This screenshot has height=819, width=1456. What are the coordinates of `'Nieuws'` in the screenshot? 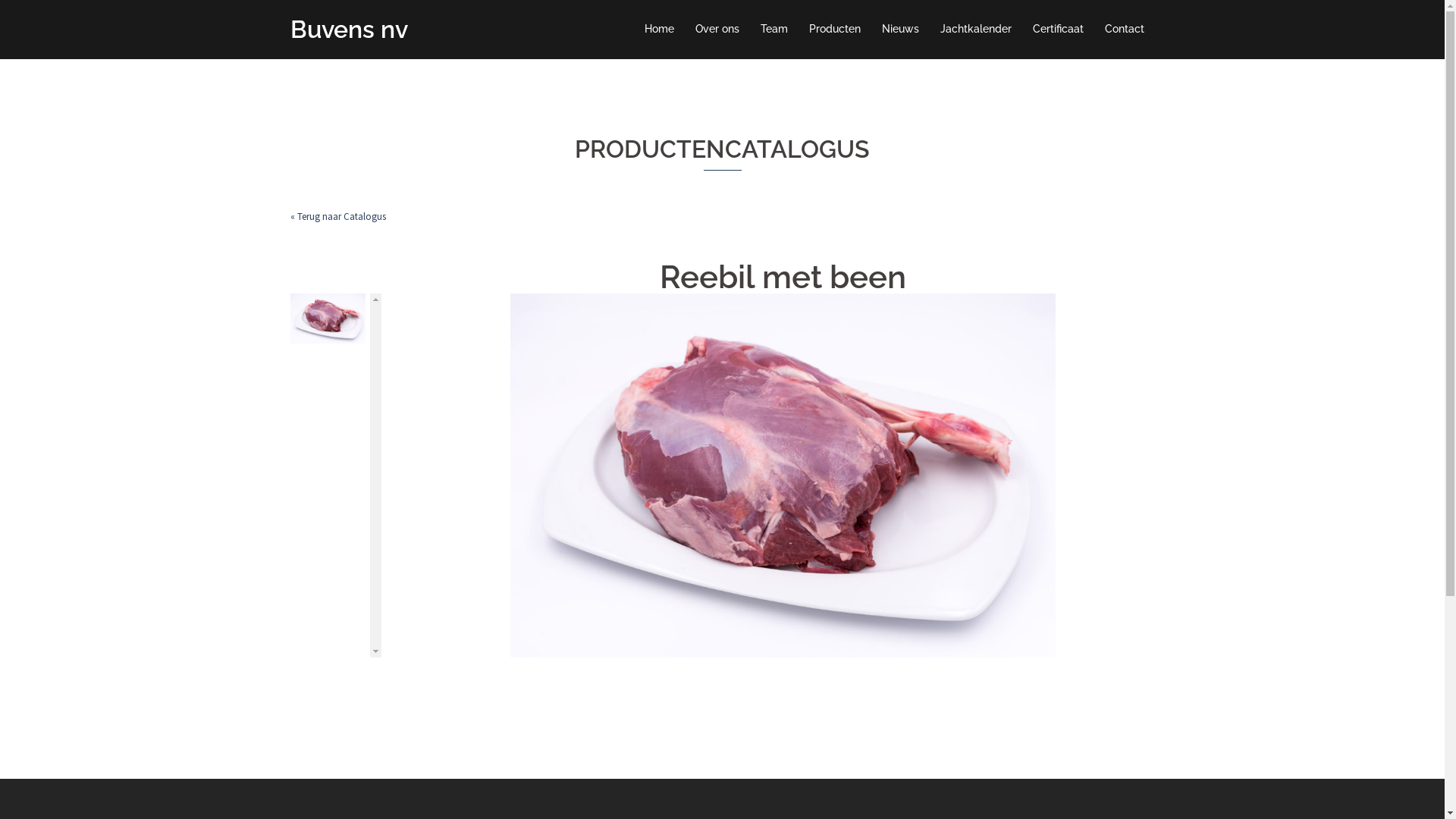 It's located at (899, 29).